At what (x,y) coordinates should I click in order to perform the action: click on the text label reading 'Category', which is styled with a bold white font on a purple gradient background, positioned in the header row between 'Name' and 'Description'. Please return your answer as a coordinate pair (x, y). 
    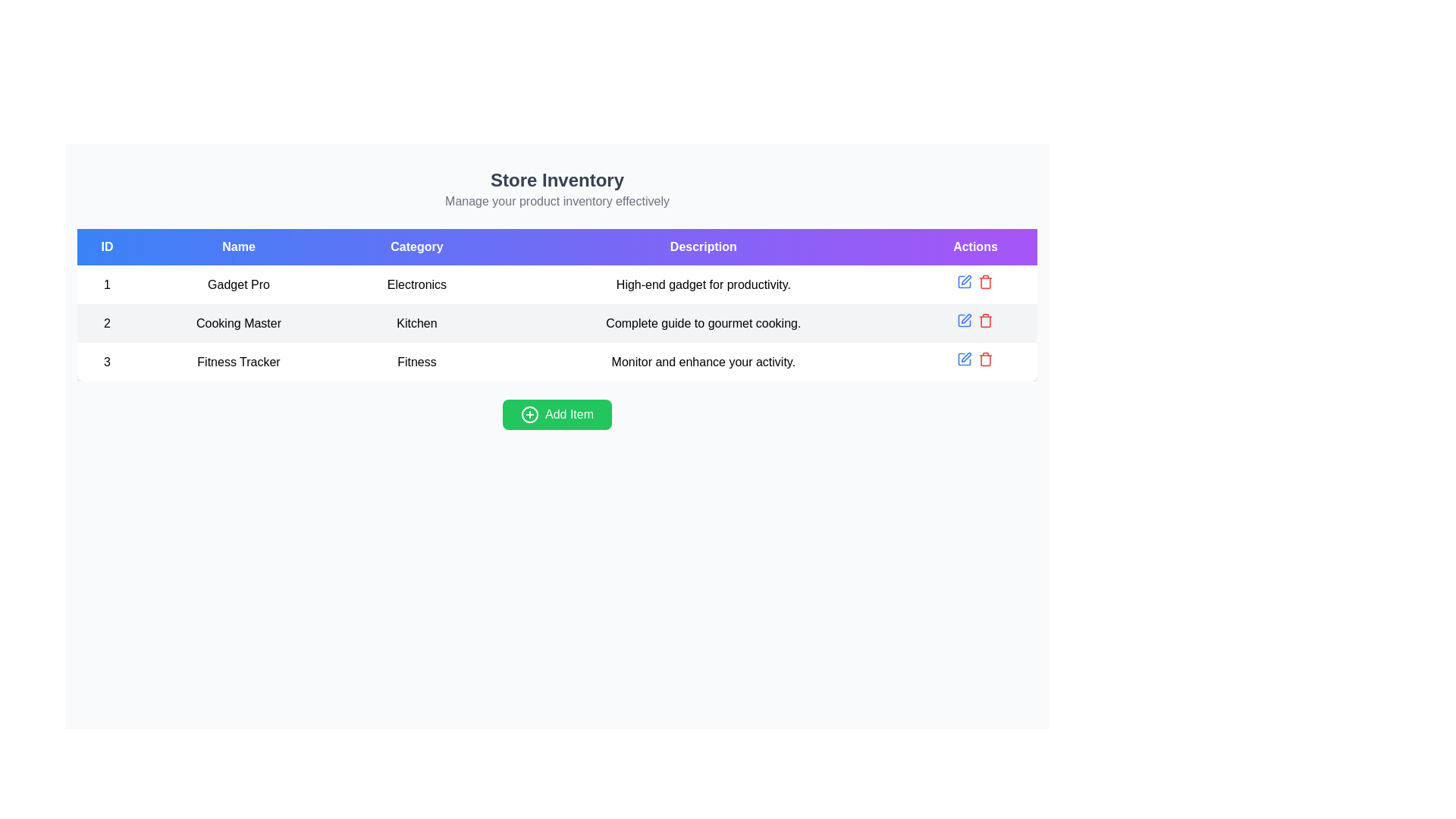
    Looking at the image, I should click on (416, 246).